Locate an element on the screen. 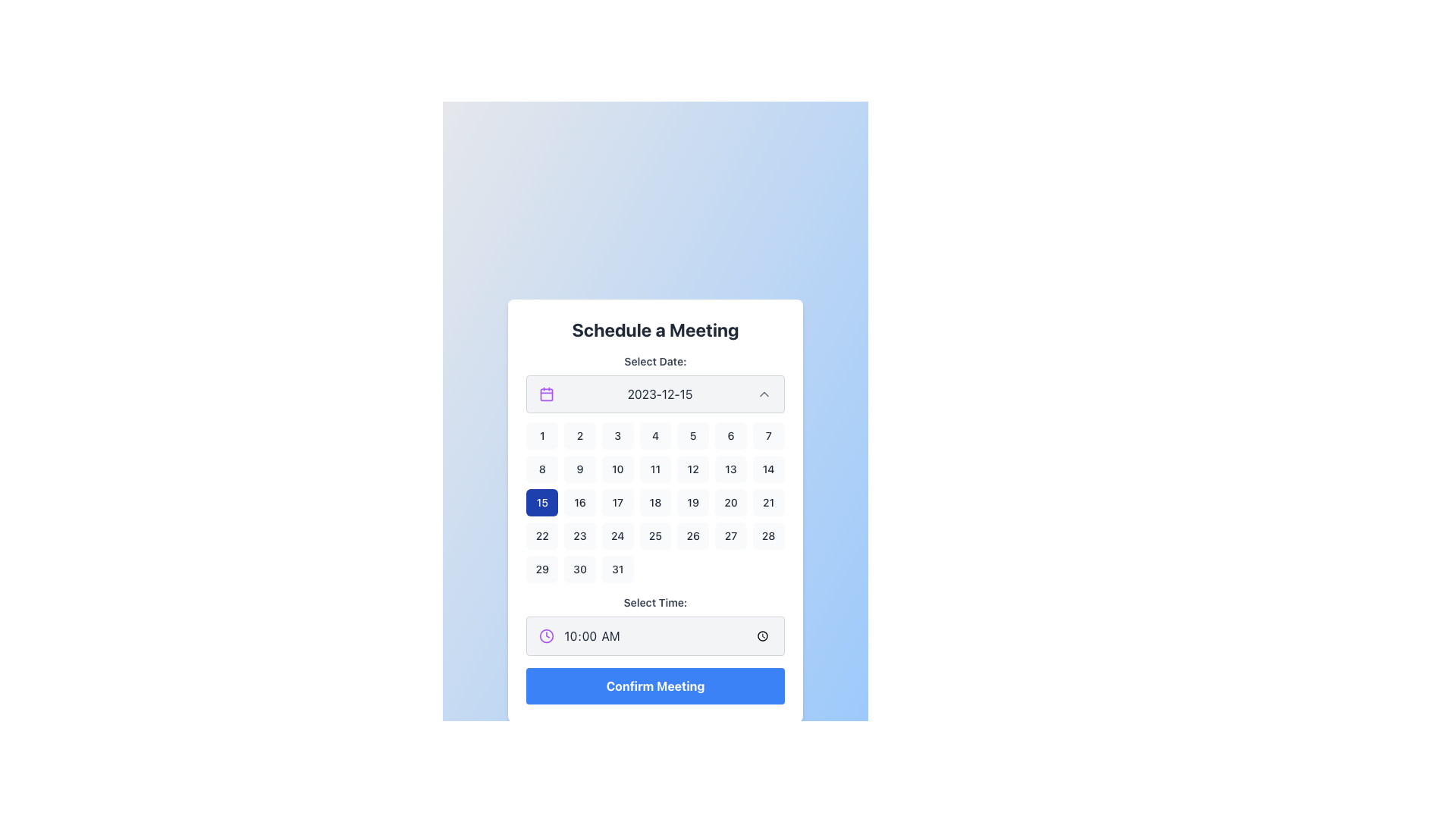  the button representing the 12th day of the month in the calendar interface within the 'Schedule a Meeting' interface is located at coordinates (692, 468).